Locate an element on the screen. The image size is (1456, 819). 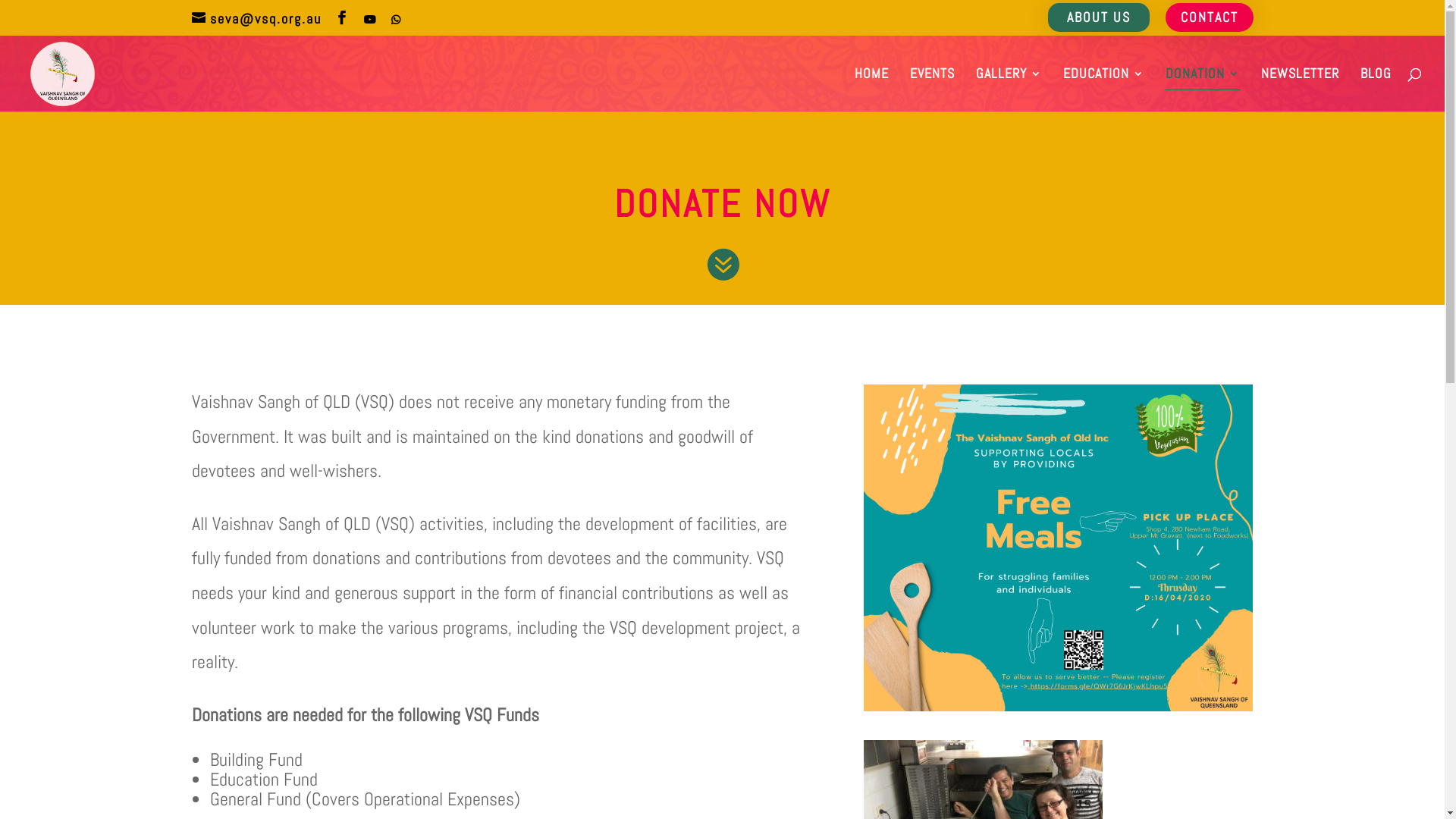
'EVENTS' is located at coordinates (931, 89).